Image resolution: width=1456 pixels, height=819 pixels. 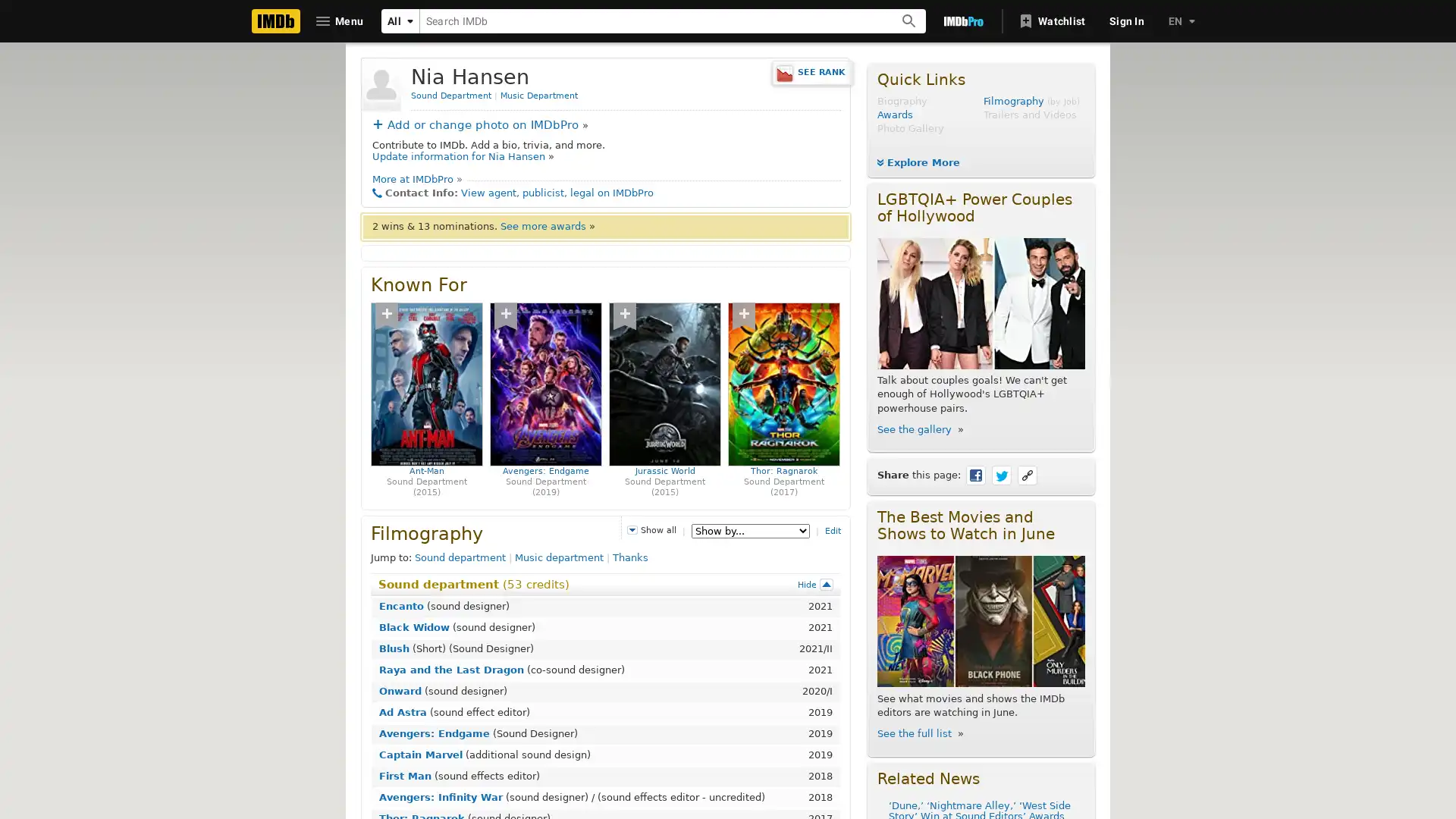 What do you see at coordinates (1052, 20) in the screenshot?
I see `Watchlist` at bounding box center [1052, 20].